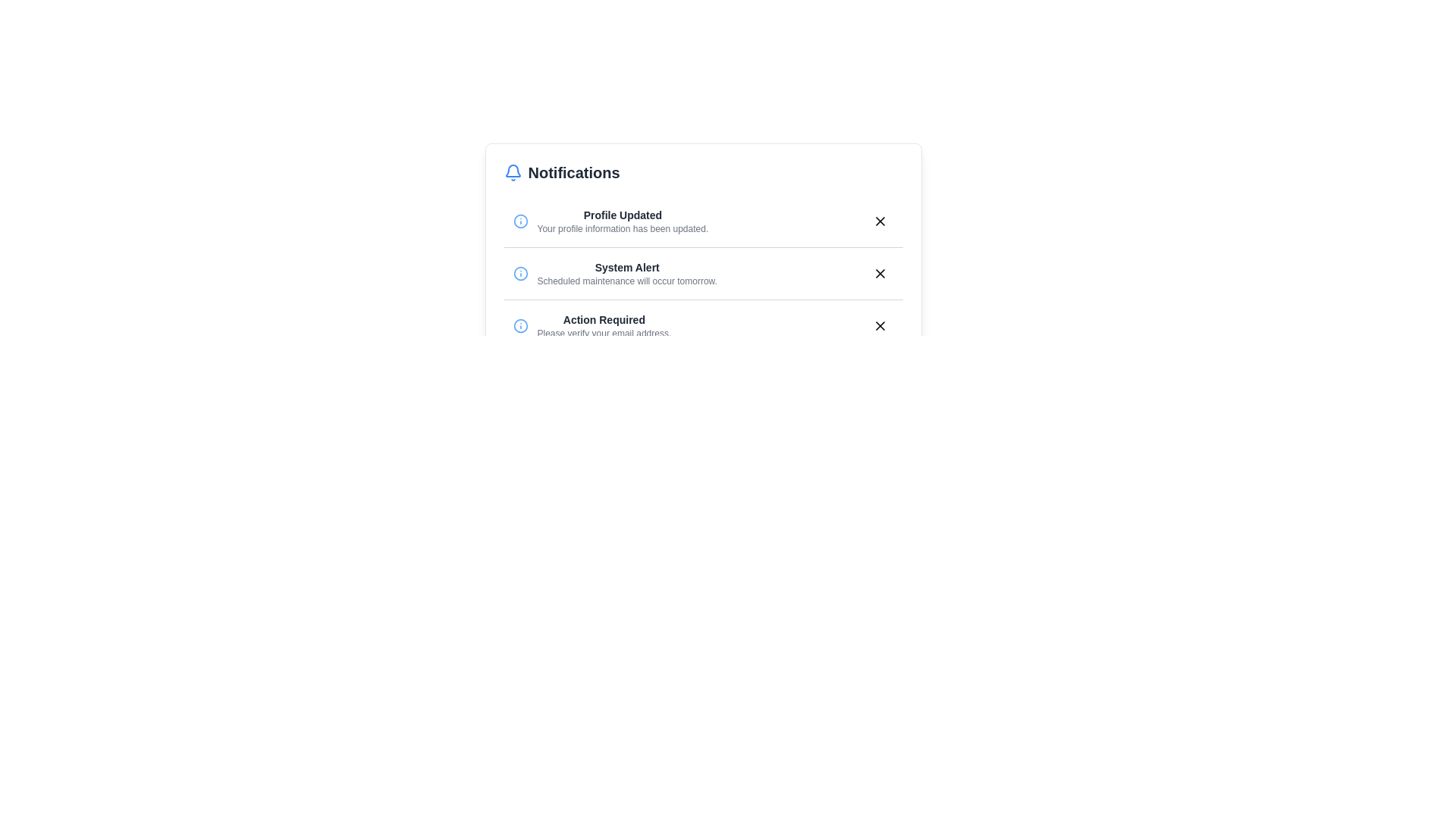  I want to click on the notification text prompting the user to verify their email address, which is the third item in the Notifications list, so click(603, 325).